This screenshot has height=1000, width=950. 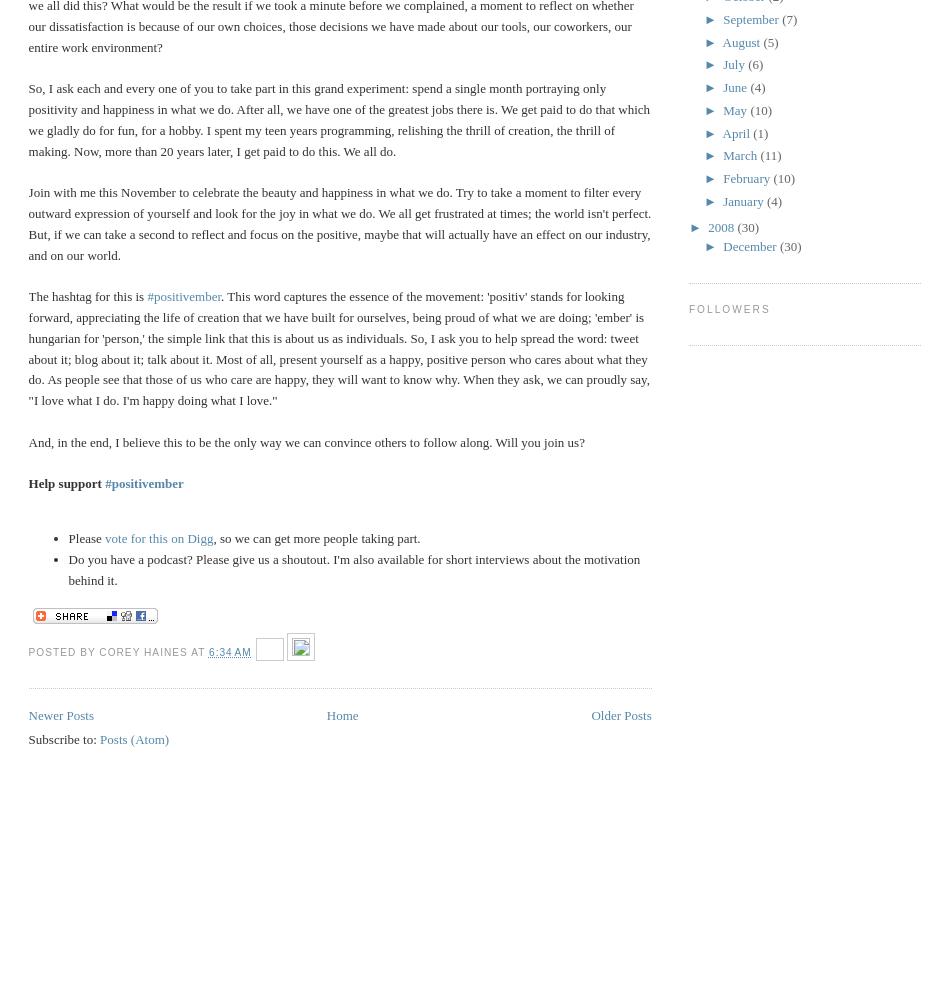 What do you see at coordinates (721, 225) in the screenshot?
I see `'2008'` at bounding box center [721, 225].